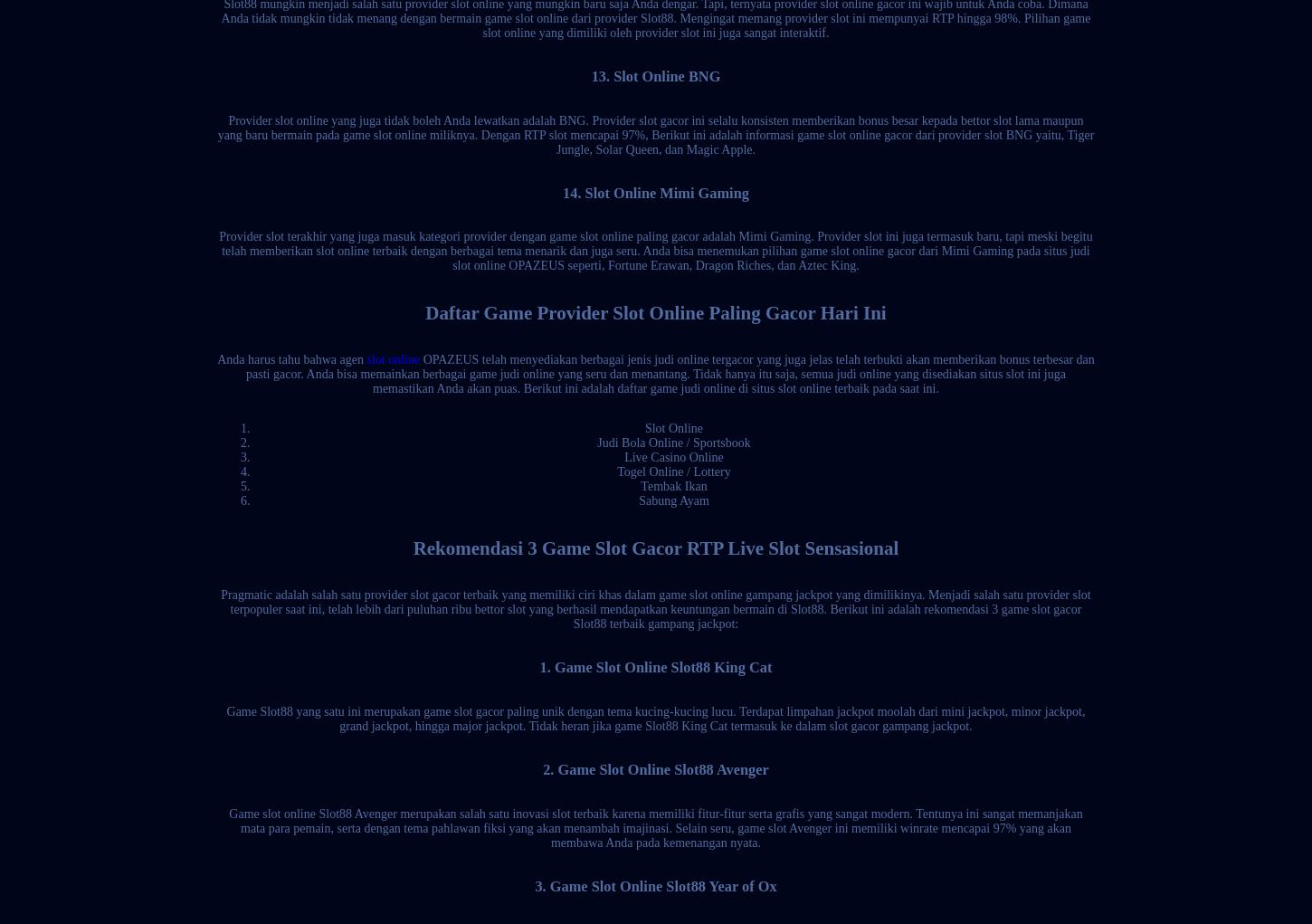 This screenshot has height=924, width=1312. I want to click on 'Anda harus tahu bahwa agen', so click(291, 358).